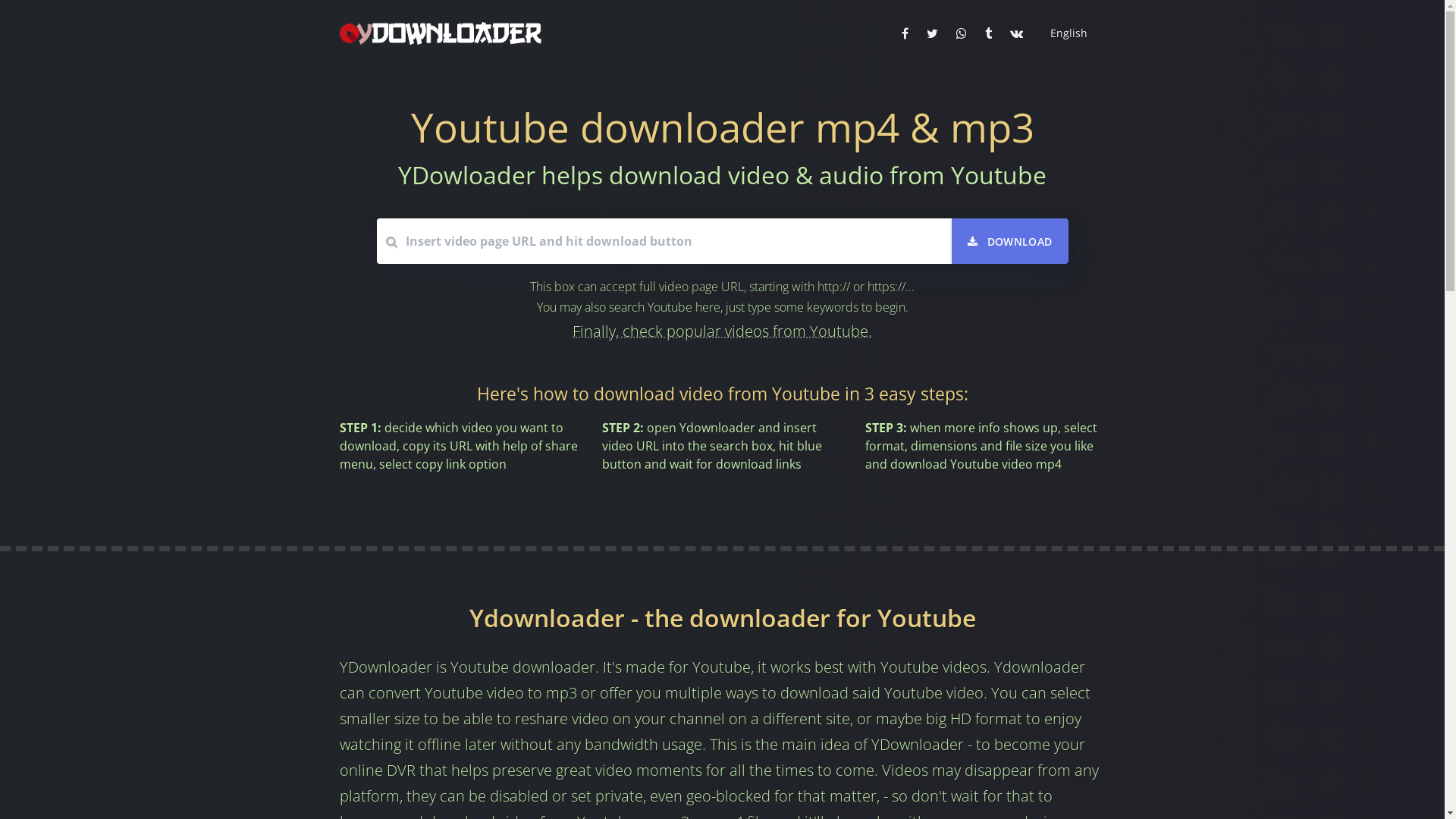 The image size is (1456, 819). I want to click on 'DOWNLOAD', so click(1010, 240).